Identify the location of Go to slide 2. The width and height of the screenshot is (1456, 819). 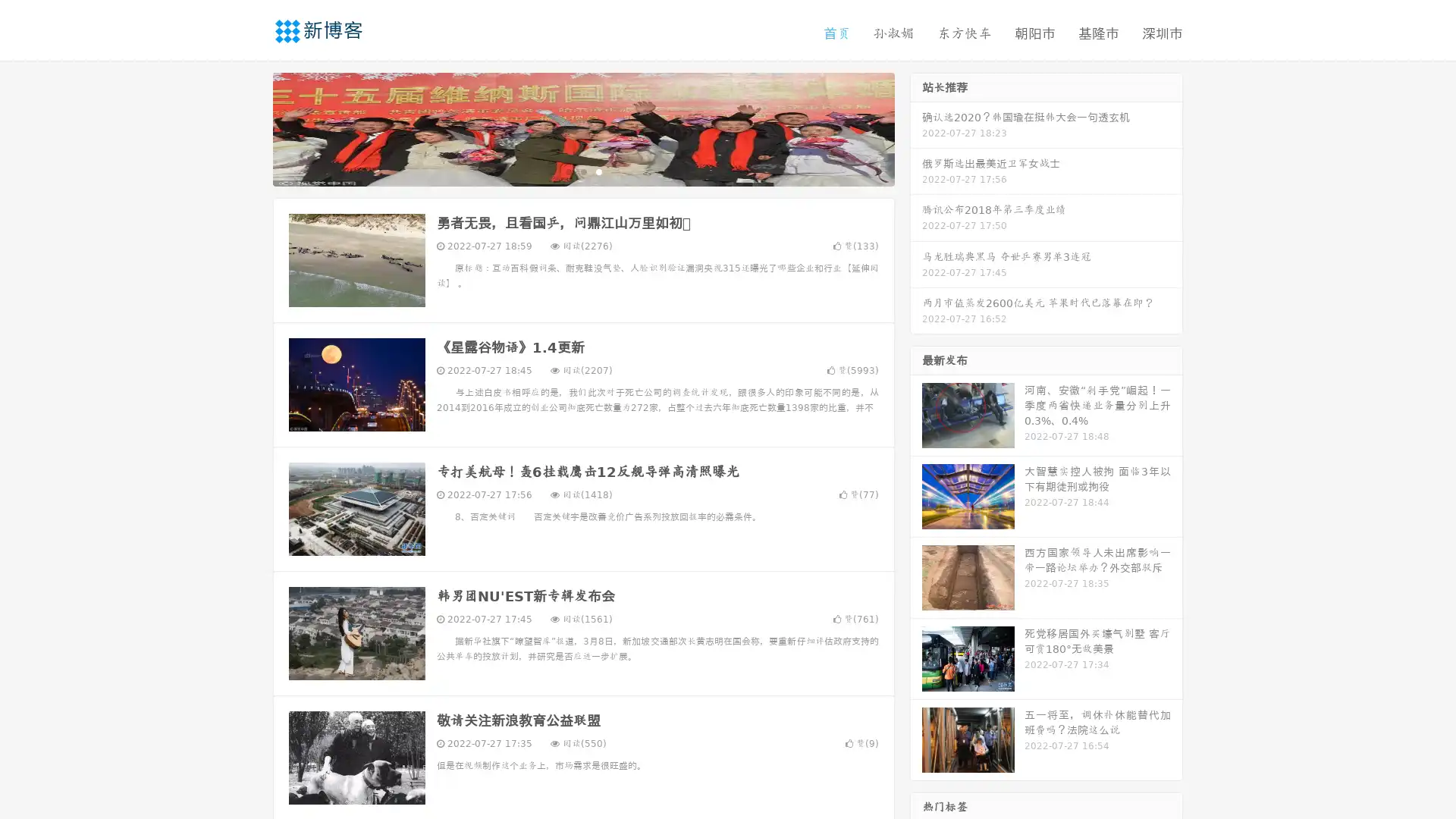
(582, 171).